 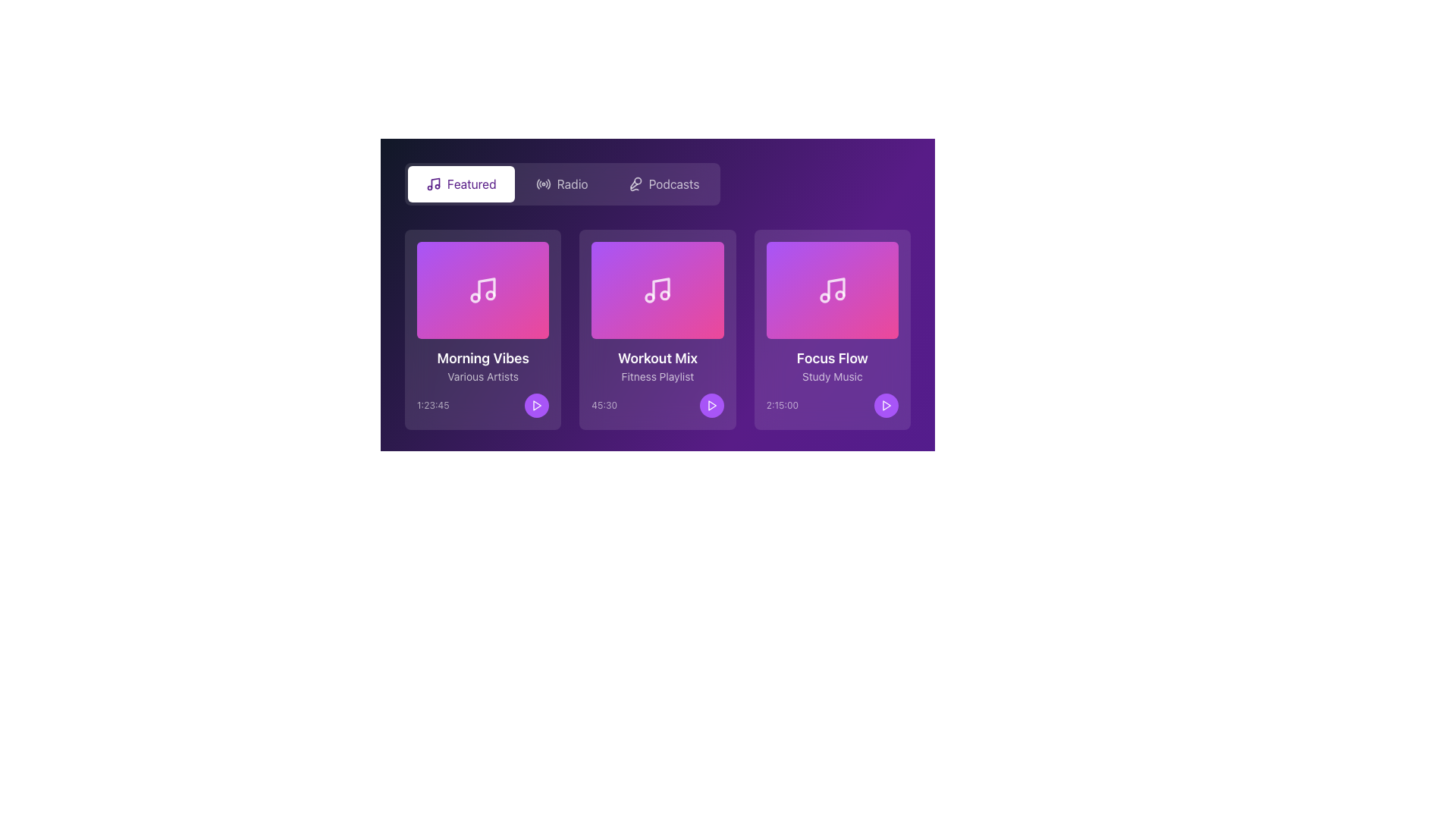 I want to click on the rightward-pointing purple triangular icon within the circular button on the 'Focus Flow' music card, so click(x=886, y=405).